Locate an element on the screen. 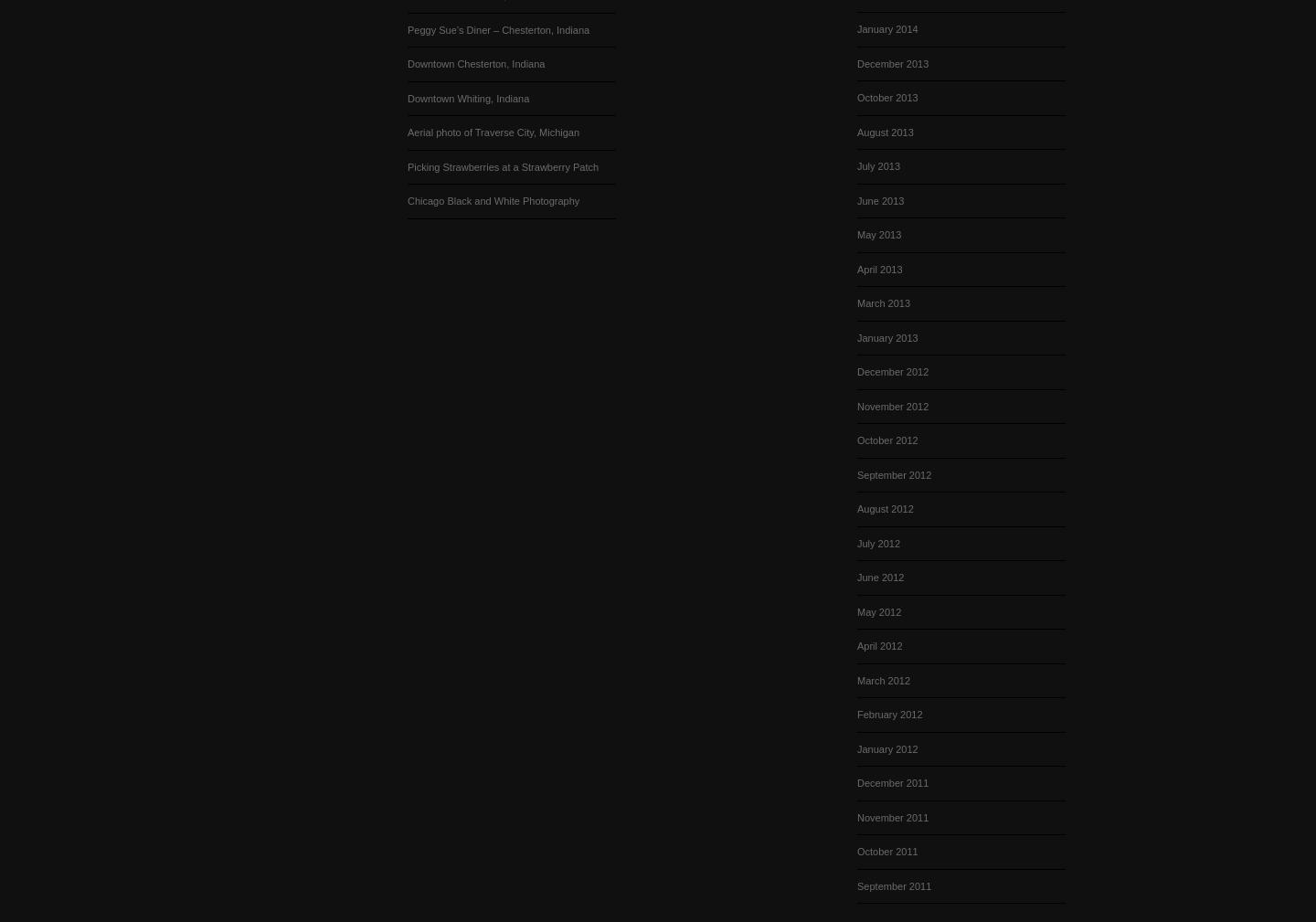 Image resolution: width=1316 pixels, height=922 pixels. 'June 2013' is located at coordinates (879, 198).